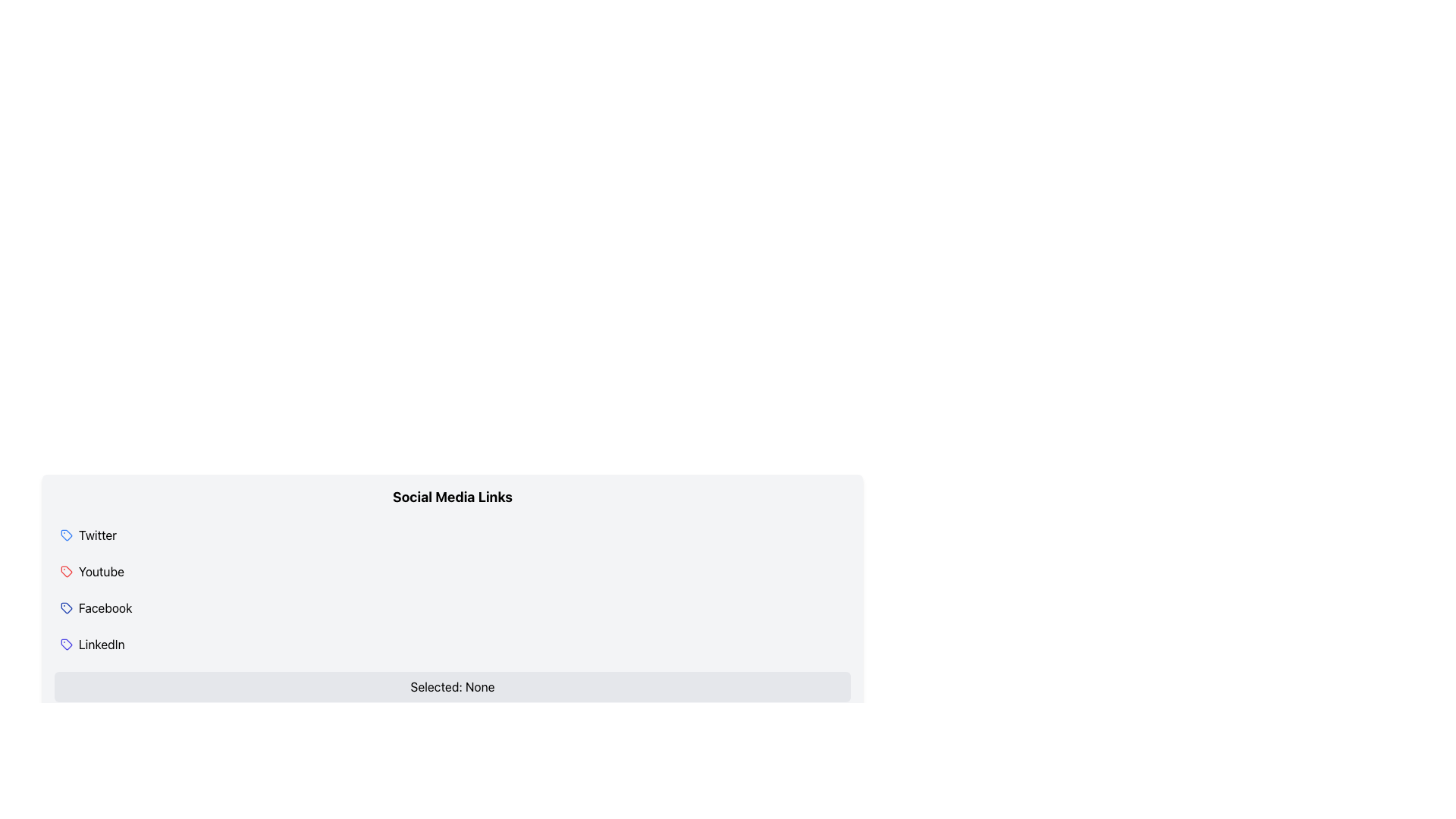 This screenshot has width=1456, height=819. I want to click on the 'Youtube' text label, which is styled in a standard sans-serif font and located next to a red tag icon, positioned in the list of social media links, so click(101, 571).